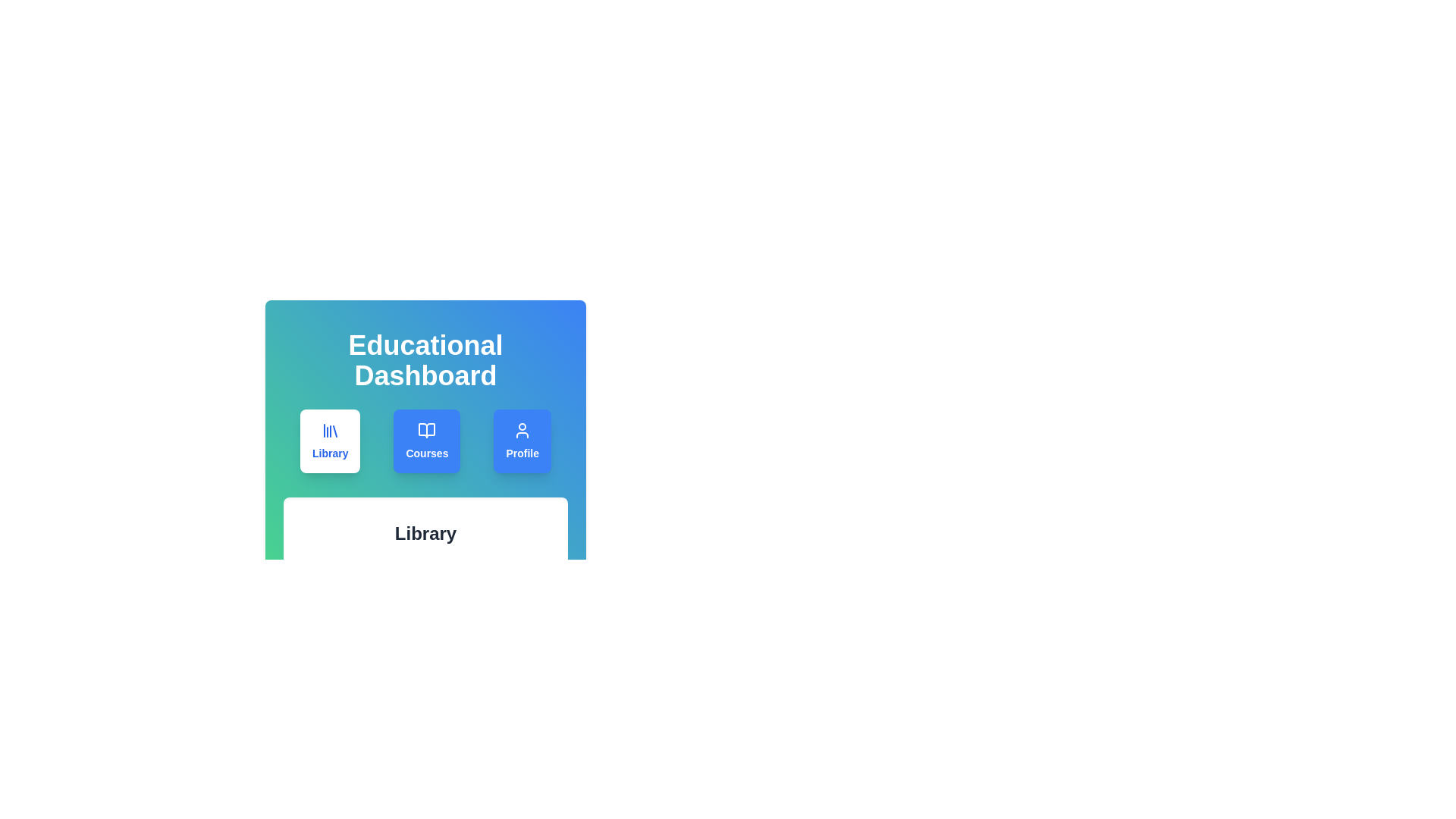 The image size is (1456, 819). Describe the element at coordinates (522, 441) in the screenshot. I see `the Profile tab by clicking on its button` at that location.